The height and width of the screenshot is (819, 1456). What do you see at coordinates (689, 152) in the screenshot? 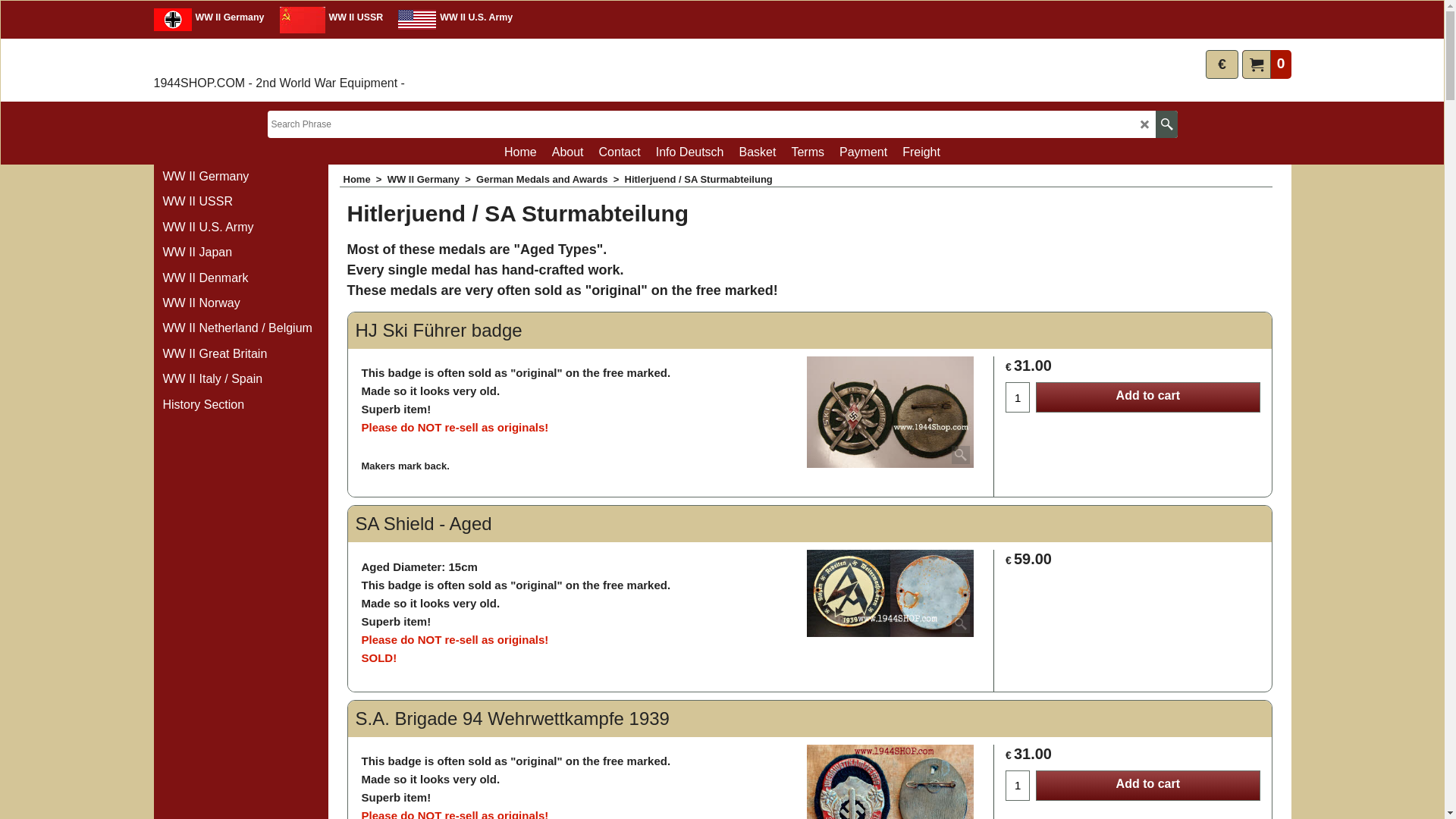
I see `'Info Deutsch'` at bounding box center [689, 152].